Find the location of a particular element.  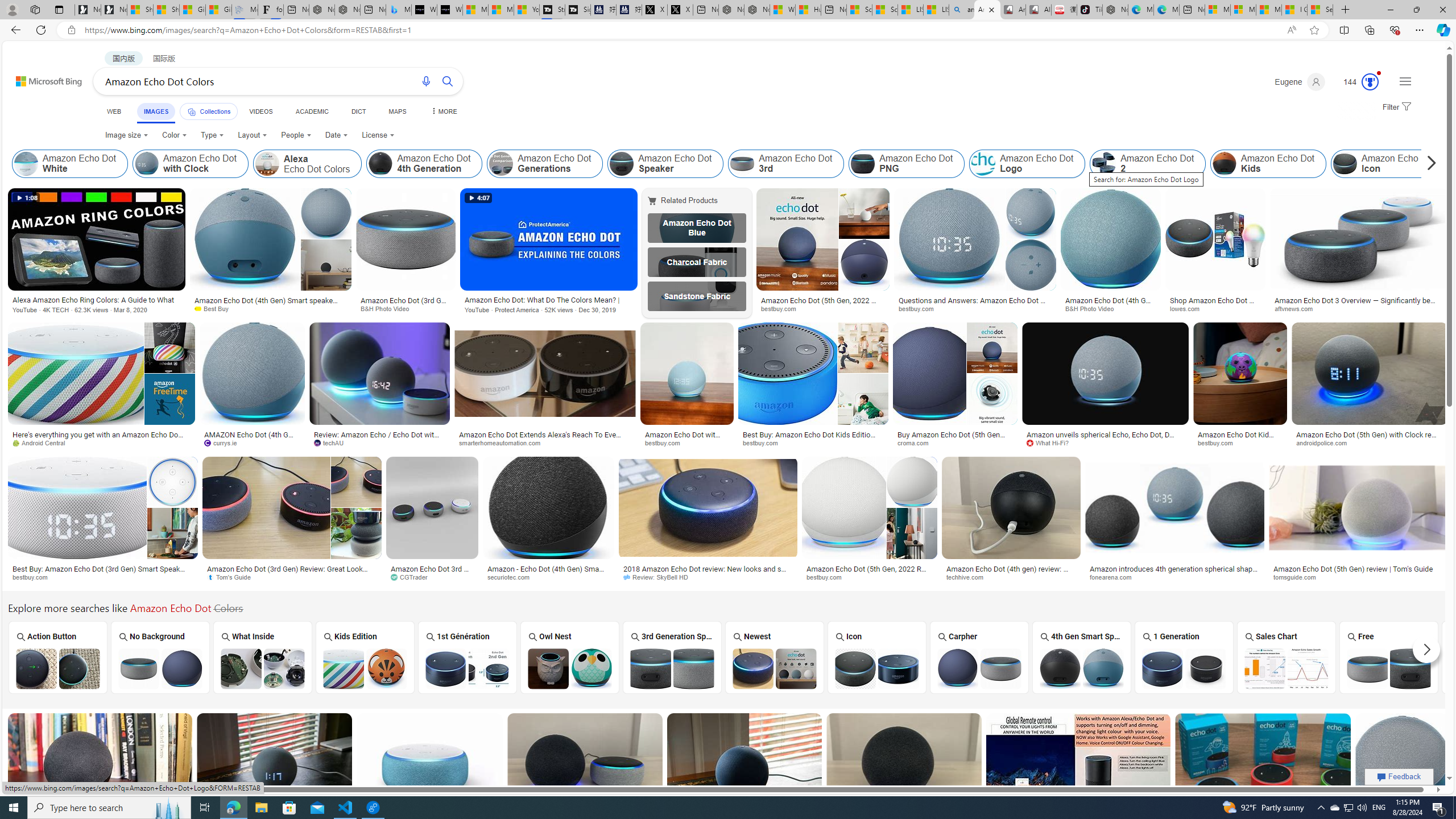

'Eugene' is located at coordinates (1298, 81).